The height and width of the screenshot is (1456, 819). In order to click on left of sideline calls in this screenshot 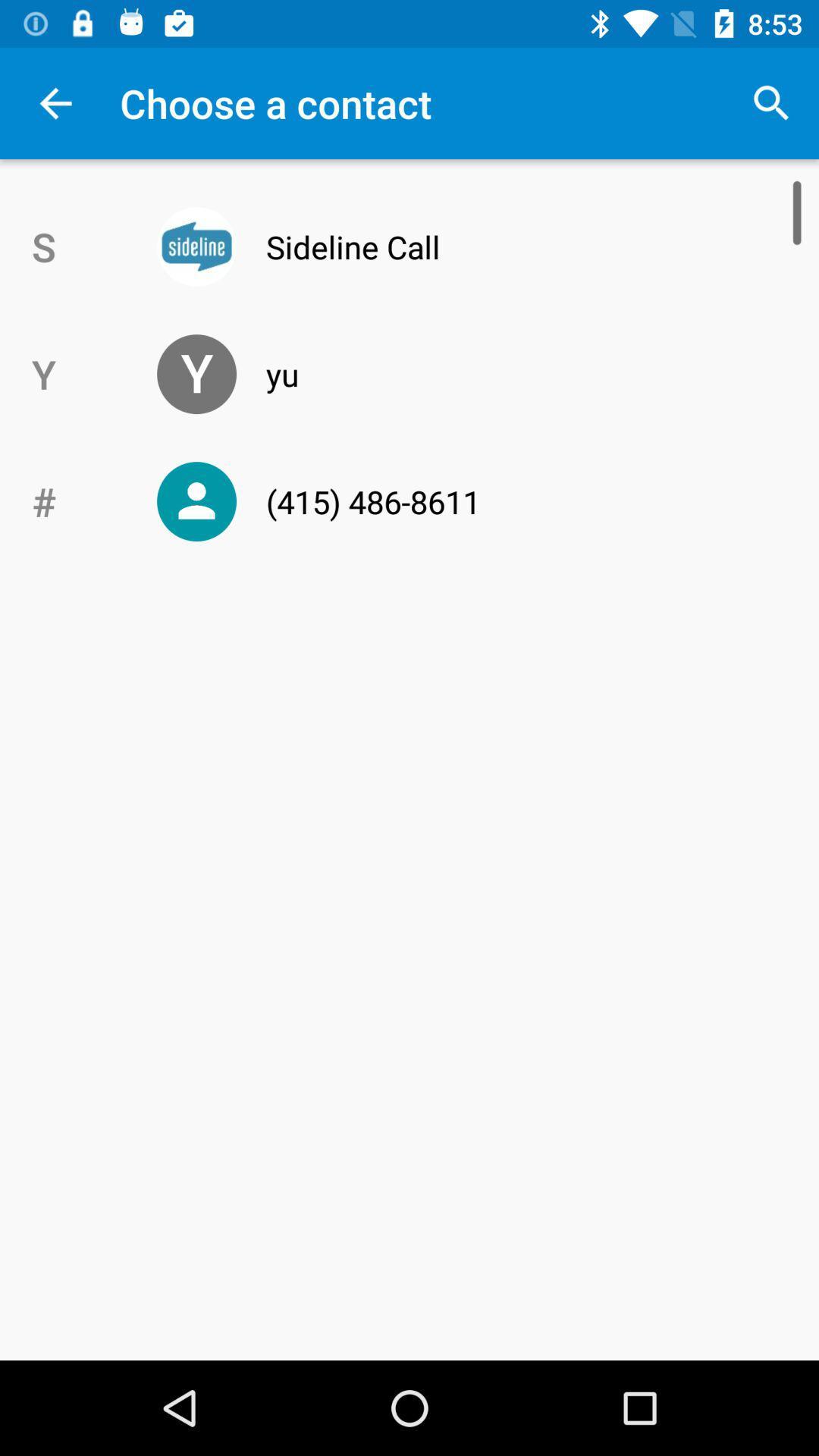, I will do `click(196, 246)`.